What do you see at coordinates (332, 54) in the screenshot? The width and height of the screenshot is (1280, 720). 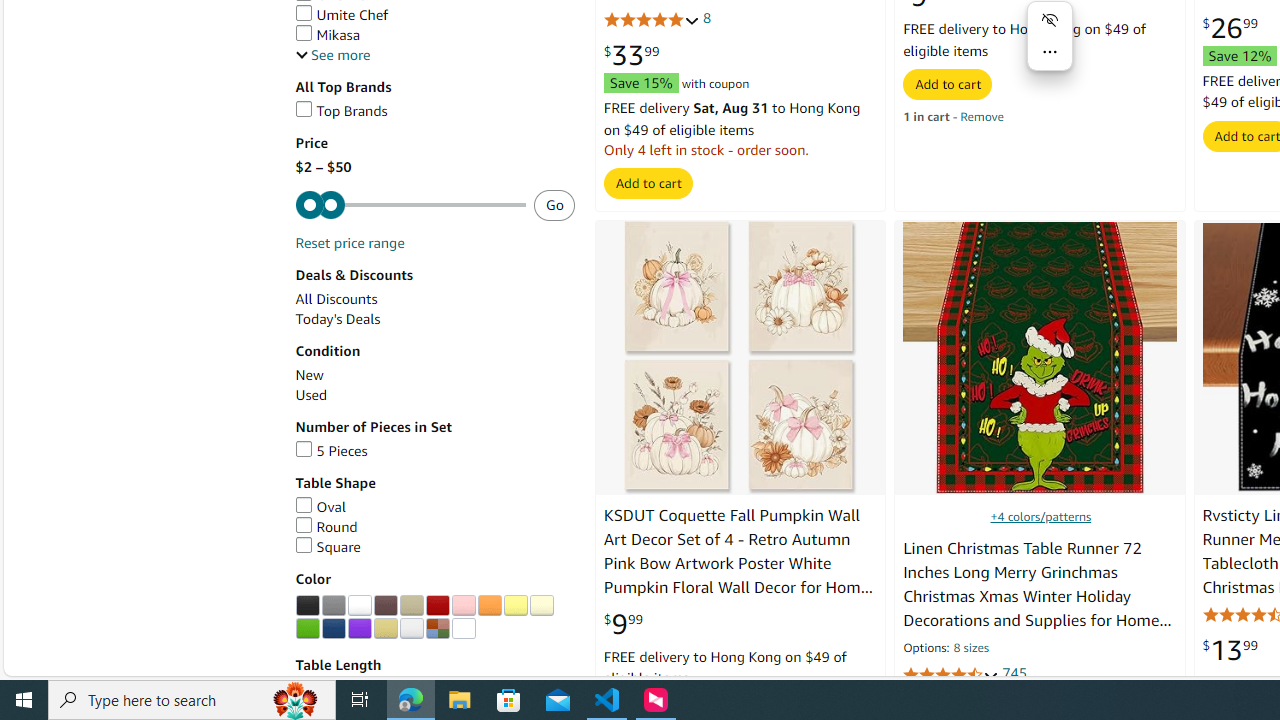 I see `'See more, Brands'` at bounding box center [332, 54].